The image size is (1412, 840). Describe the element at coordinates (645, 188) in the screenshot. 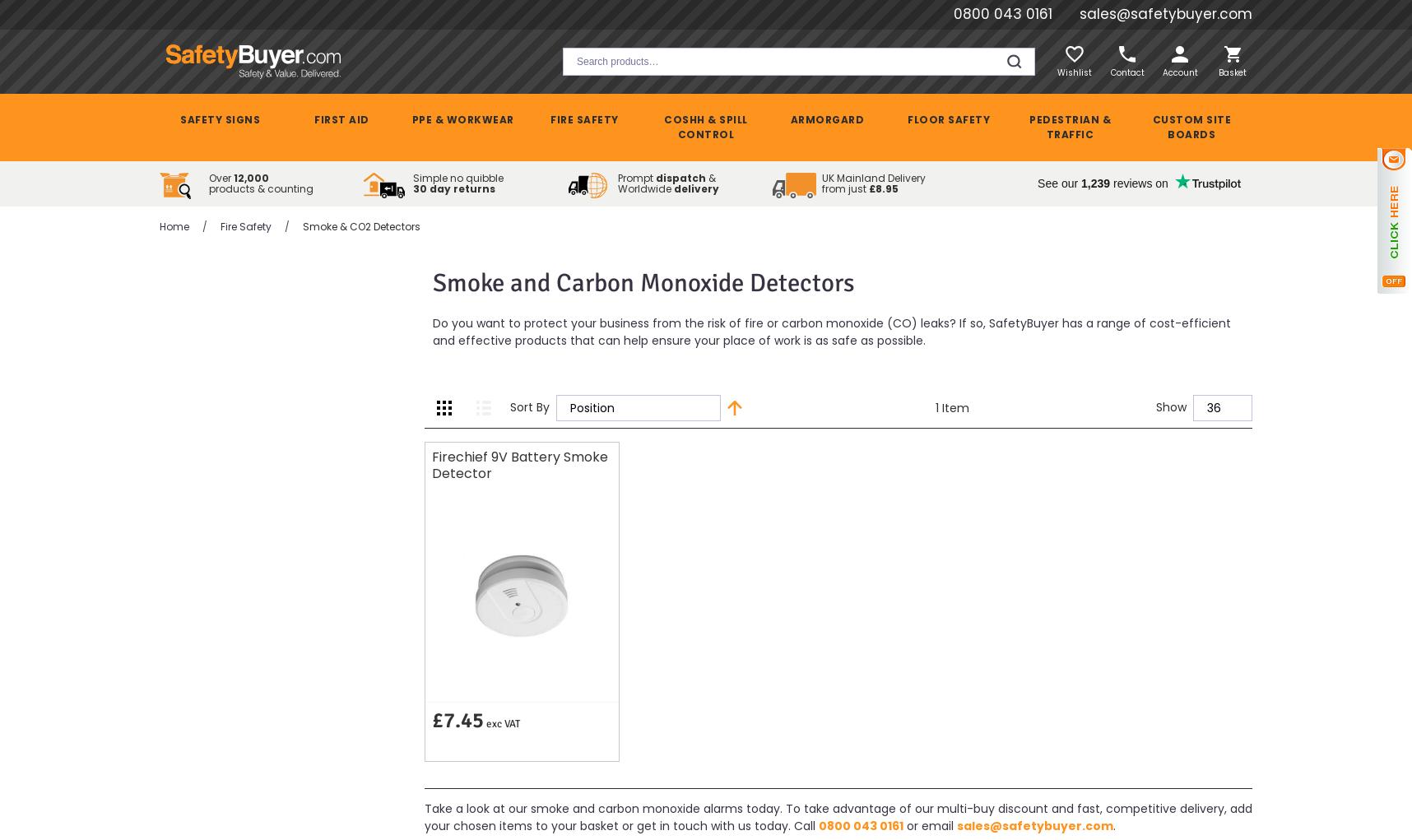

I see `'Worldwide'` at that location.